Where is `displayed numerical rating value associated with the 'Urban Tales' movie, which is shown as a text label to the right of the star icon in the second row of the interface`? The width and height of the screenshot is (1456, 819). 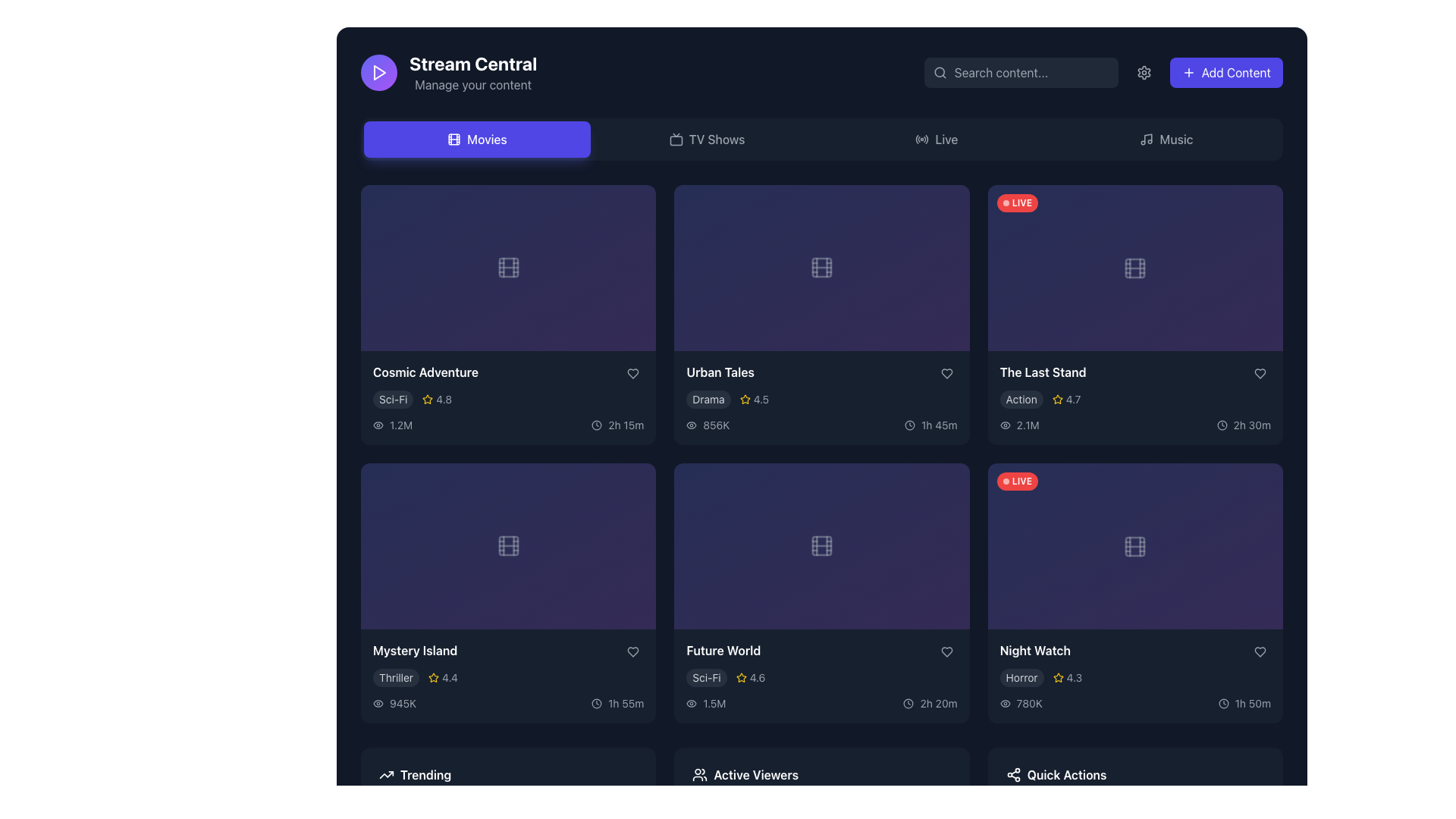 displayed numerical rating value associated with the 'Urban Tales' movie, which is shown as a text label to the right of the star icon in the second row of the interface is located at coordinates (761, 398).